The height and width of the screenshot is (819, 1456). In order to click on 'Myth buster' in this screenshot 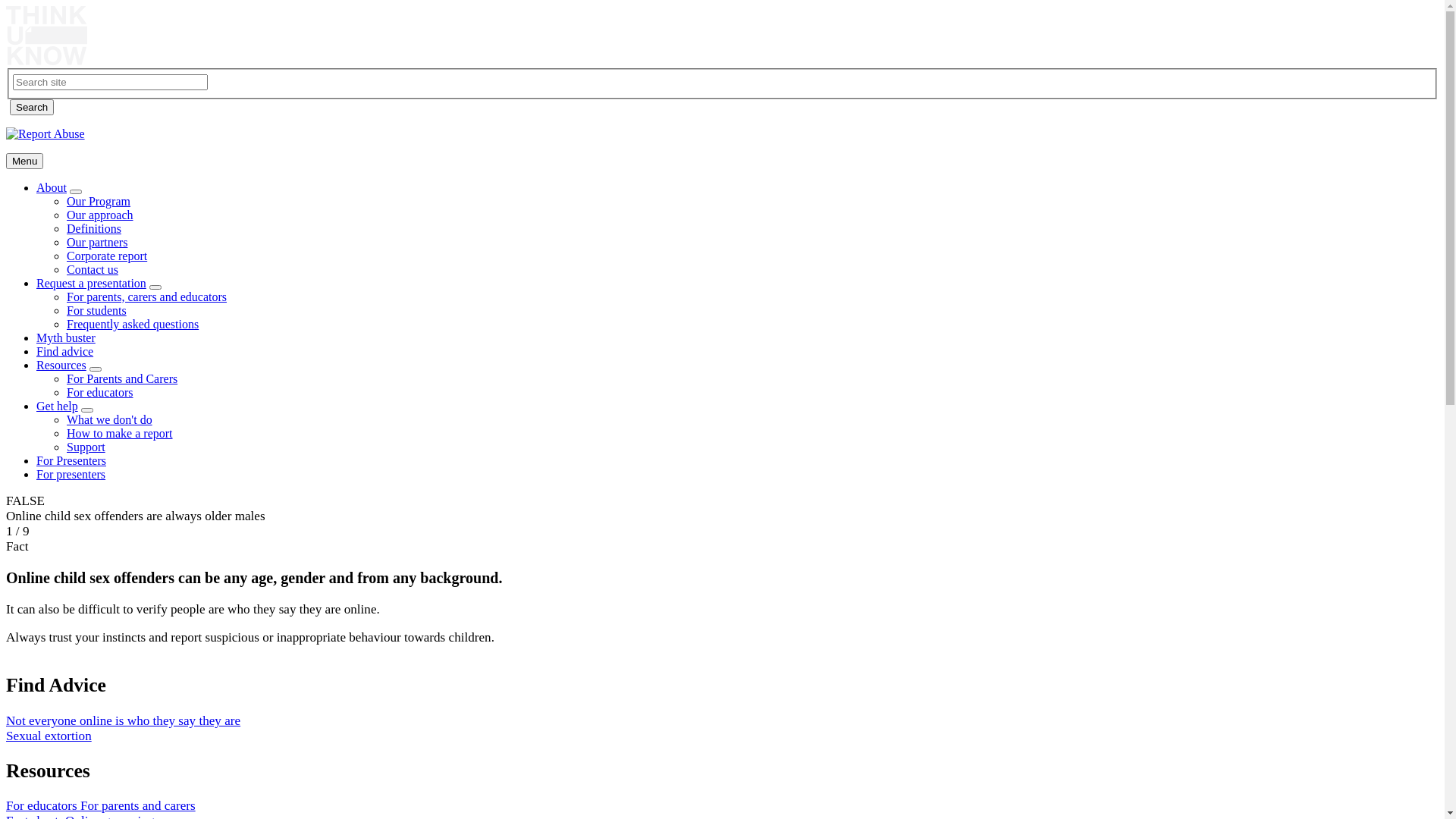, I will do `click(36, 337)`.